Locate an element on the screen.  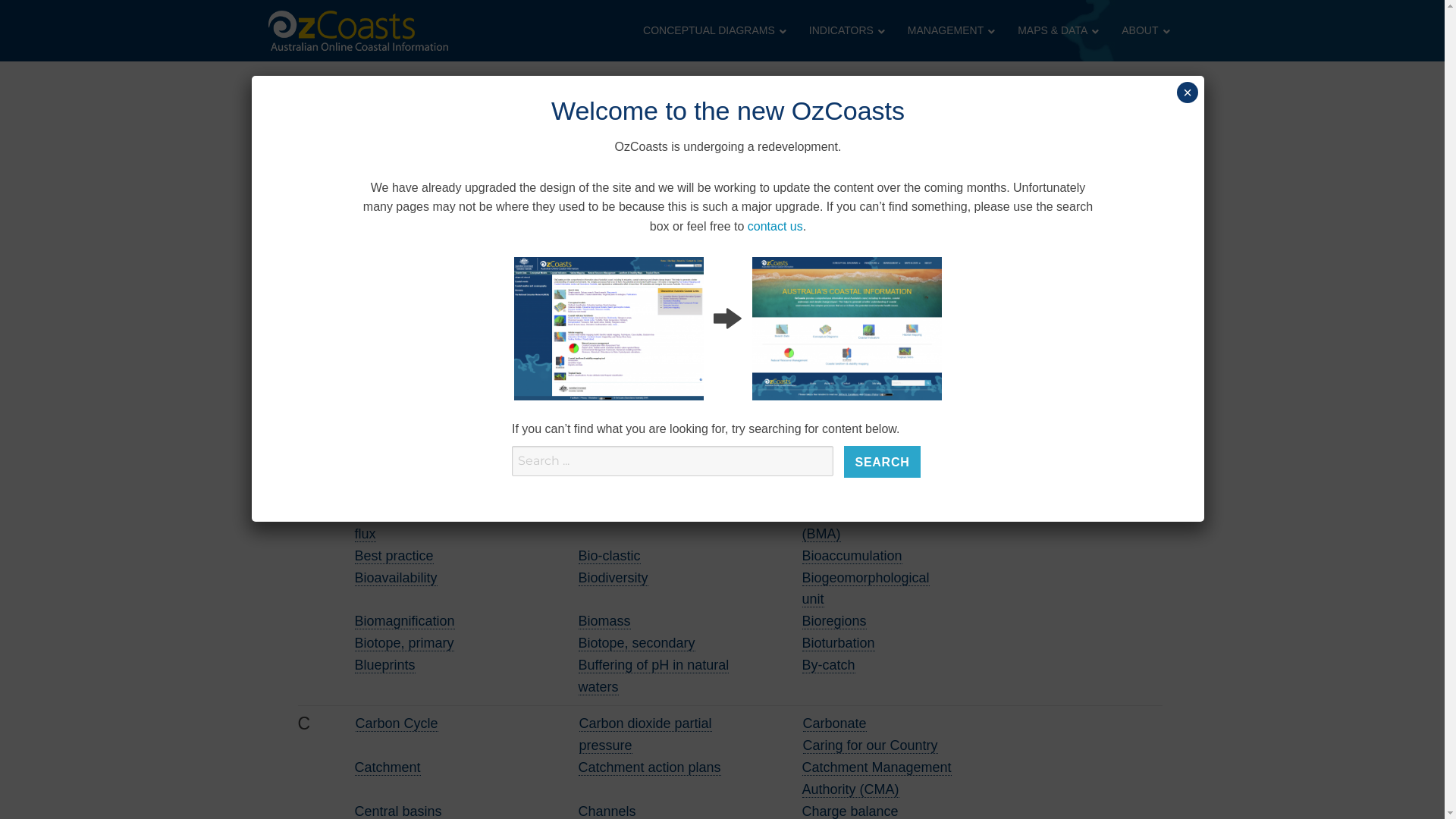
'MANAGEMENT' is located at coordinates (892, 30).